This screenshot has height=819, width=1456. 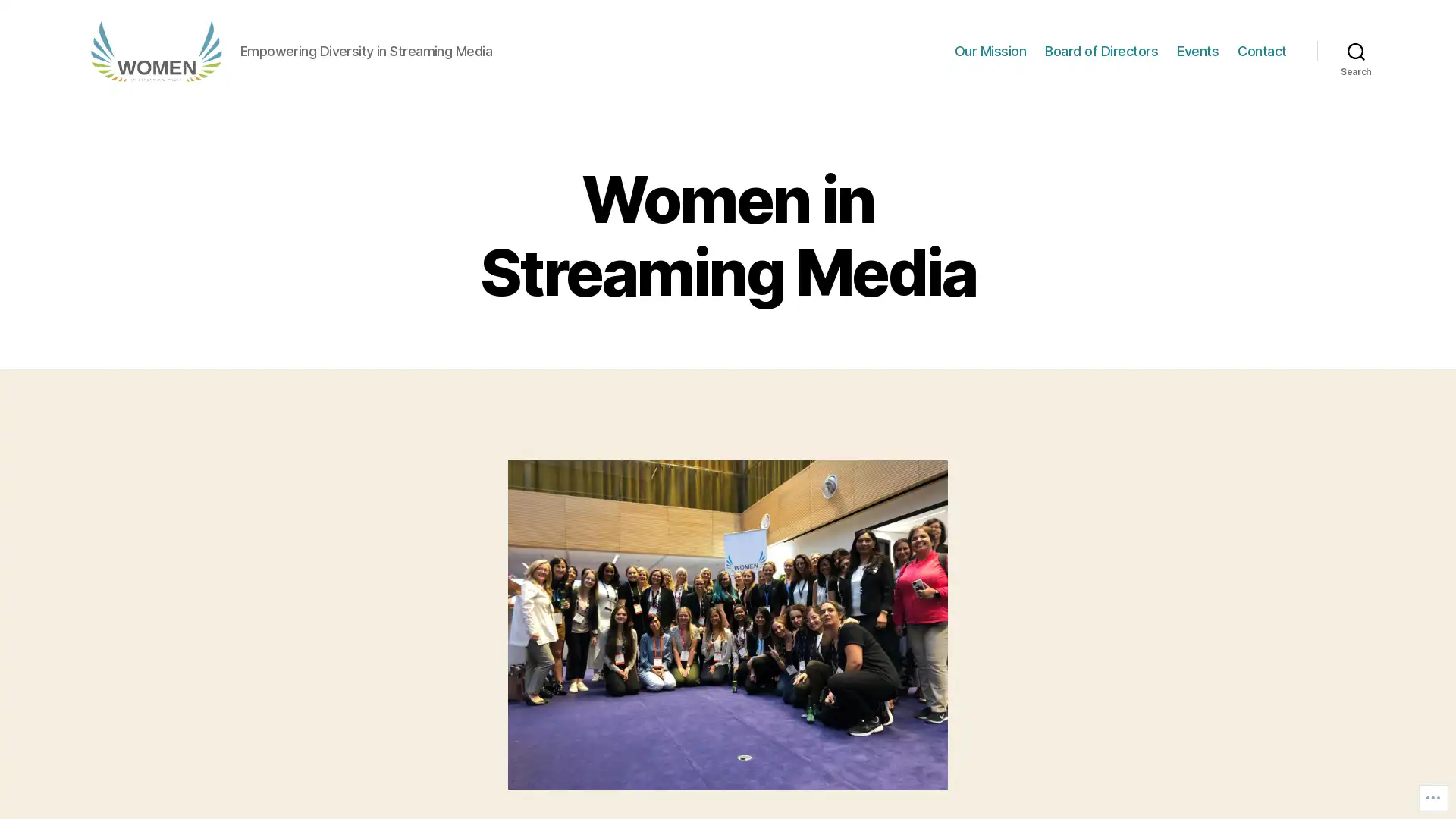 What do you see at coordinates (1356, 54) in the screenshot?
I see `Search` at bounding box center [1356, 54].